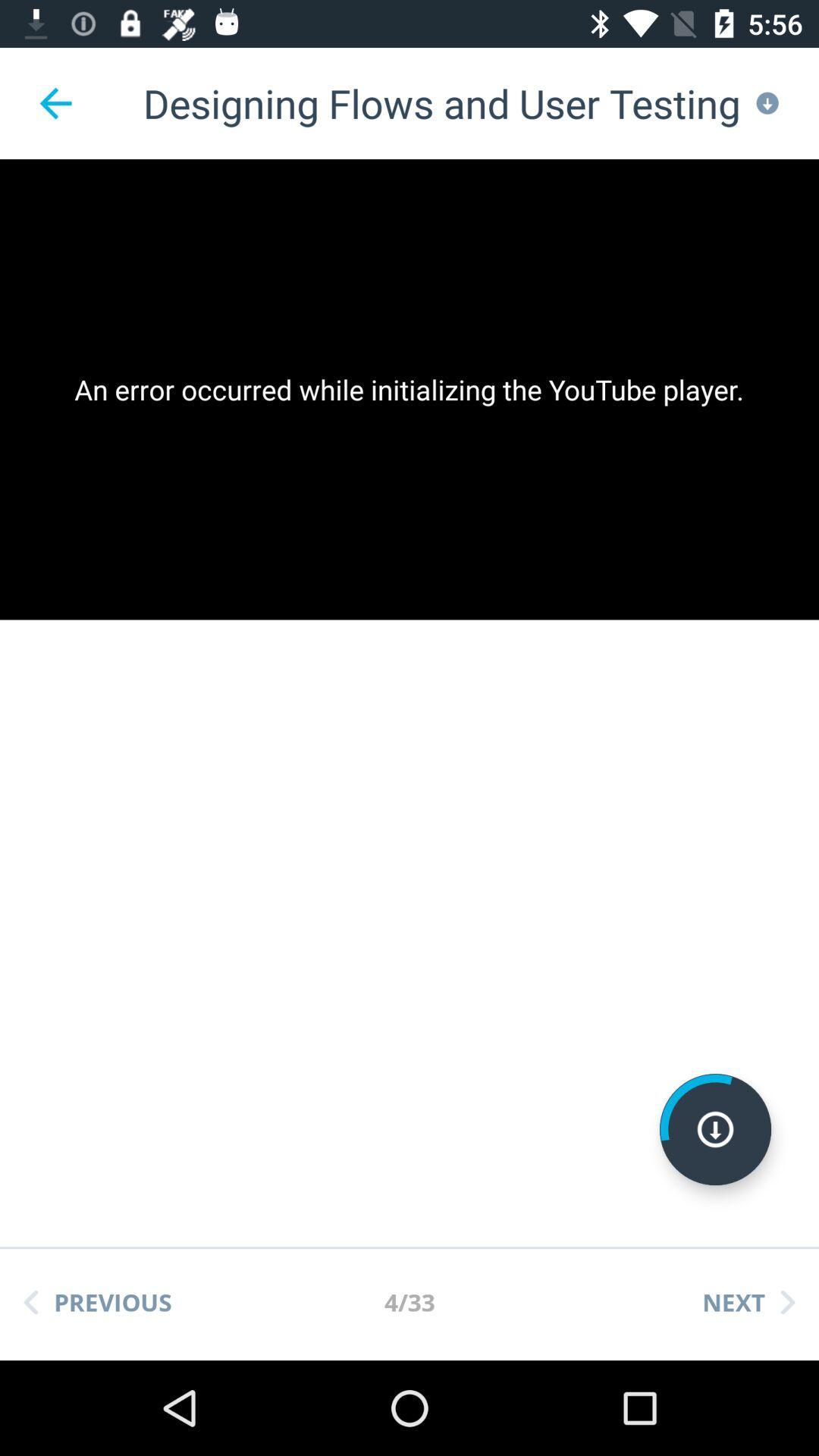 This screenshot has width=819, height=1456. Describe the element at coordinates (55, 102) in the screenshot. I see `the icon at the top left corner` at that location.